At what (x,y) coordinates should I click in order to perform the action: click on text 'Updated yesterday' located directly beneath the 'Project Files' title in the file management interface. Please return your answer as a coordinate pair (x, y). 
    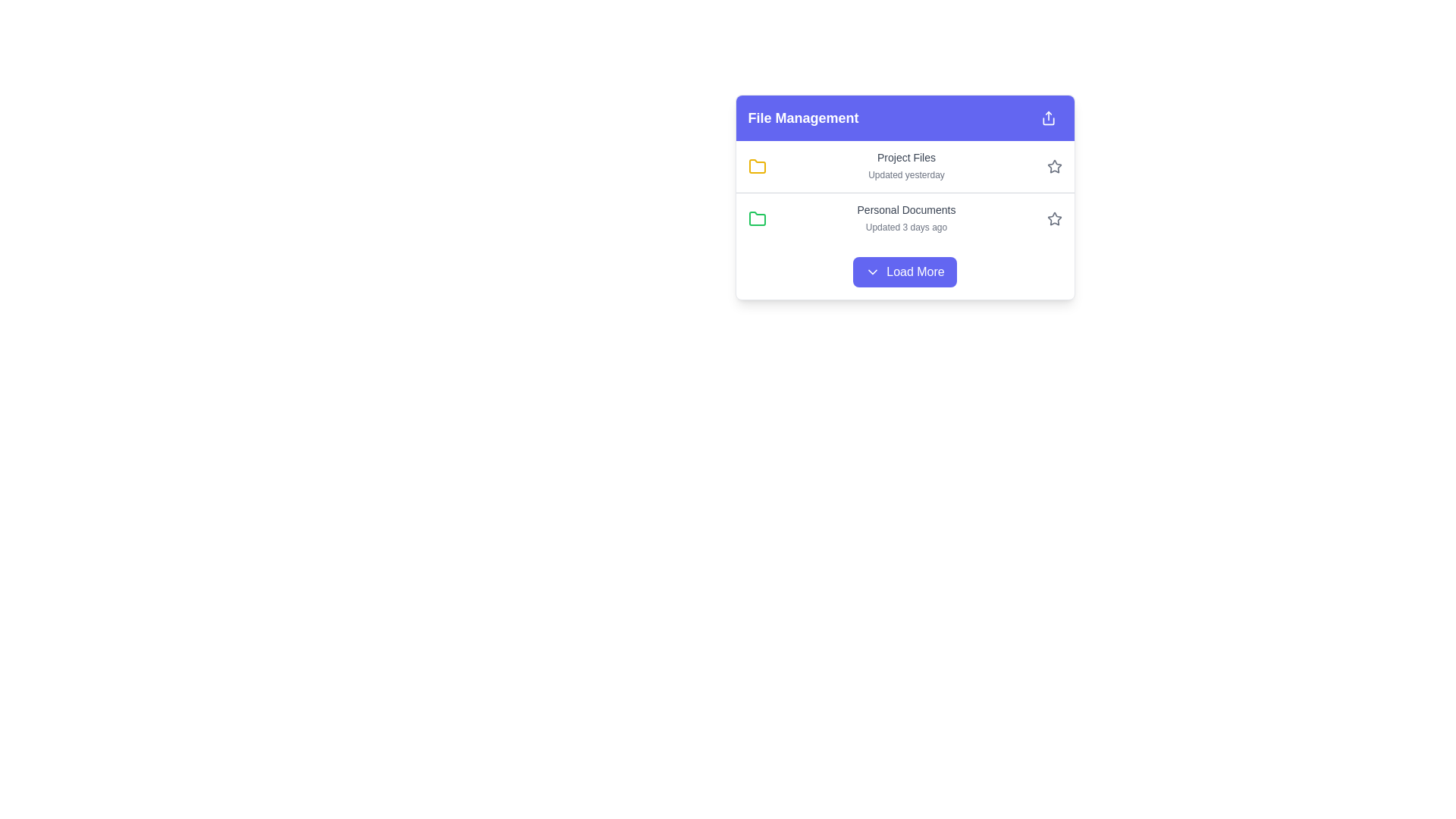
    Looking at the image, I should click on (906, 174).